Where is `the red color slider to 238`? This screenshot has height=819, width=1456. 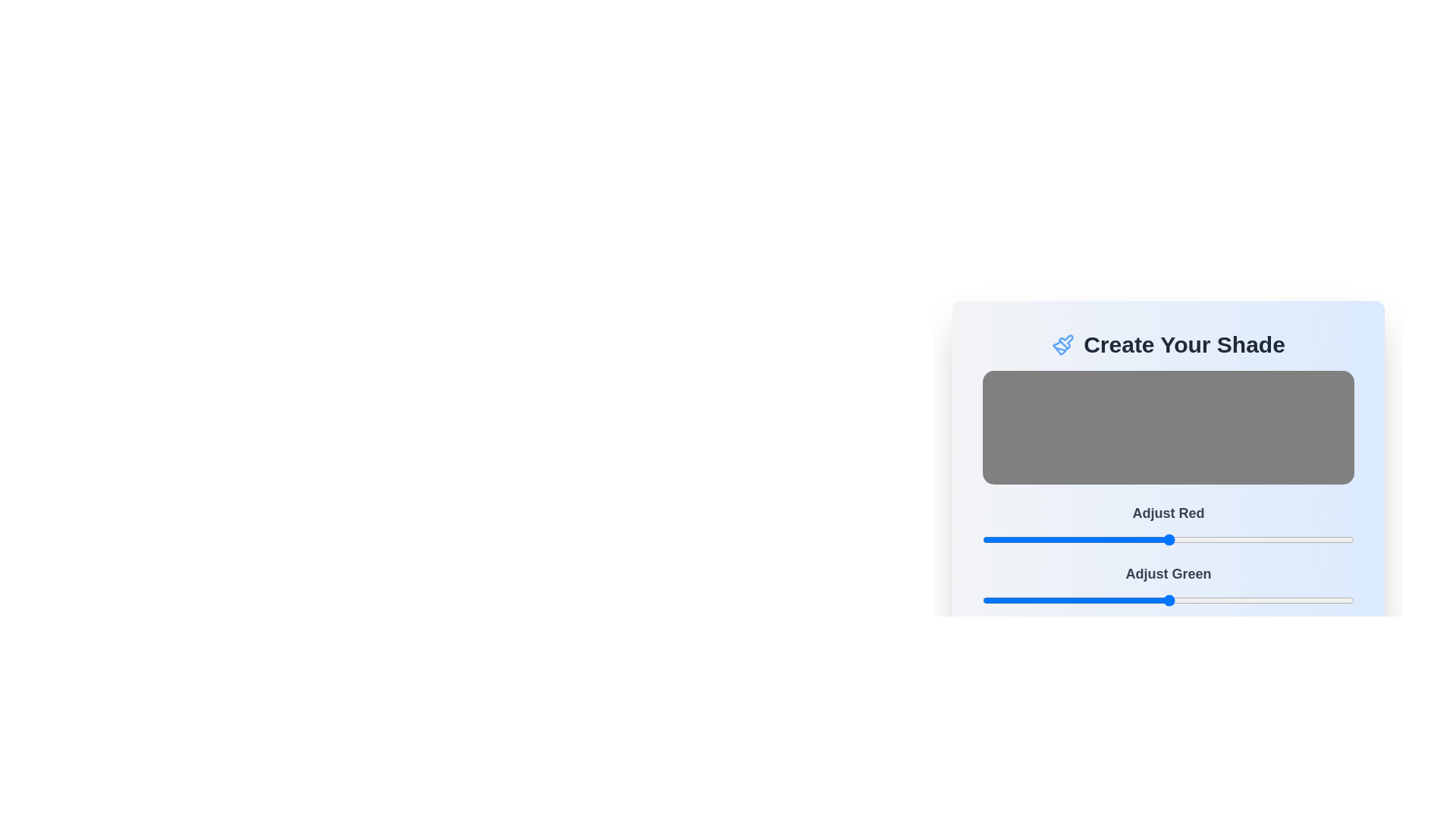 the red color slider to 238 is located at coordinates (1329, 539).